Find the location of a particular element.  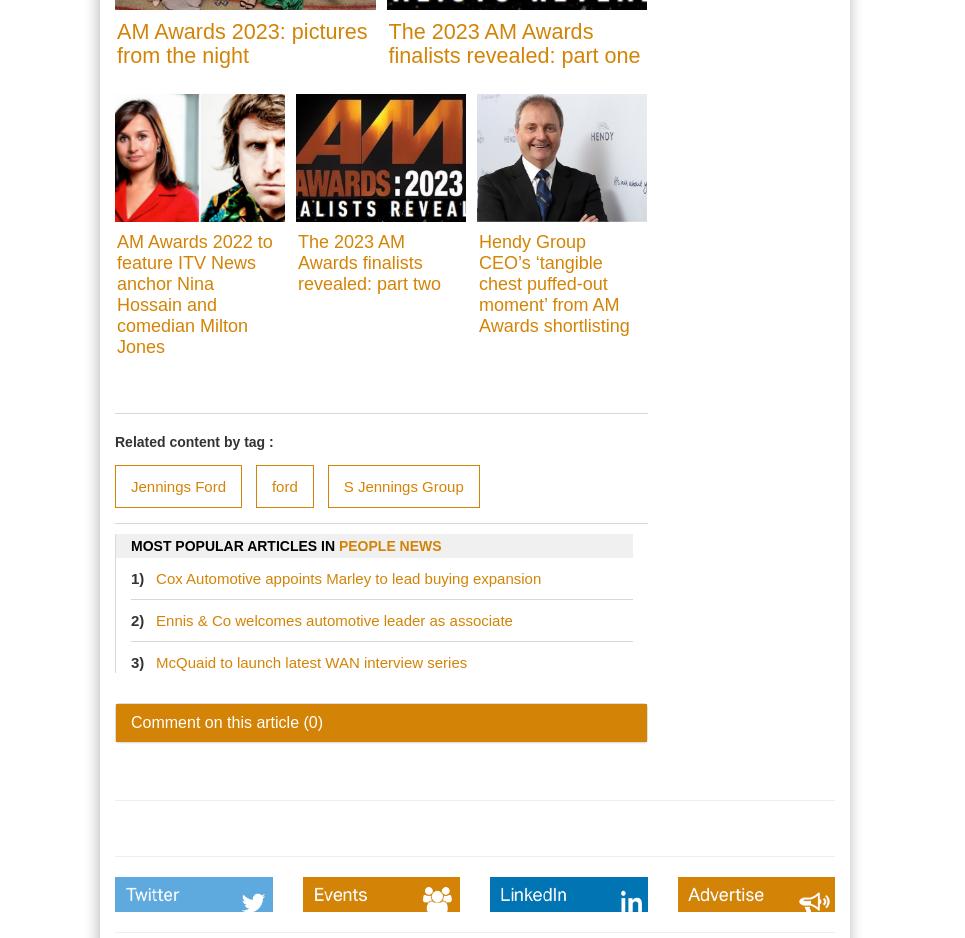

'The 2023 AM Awards finalists revealed: part one' is located at coordinates (513, 42).